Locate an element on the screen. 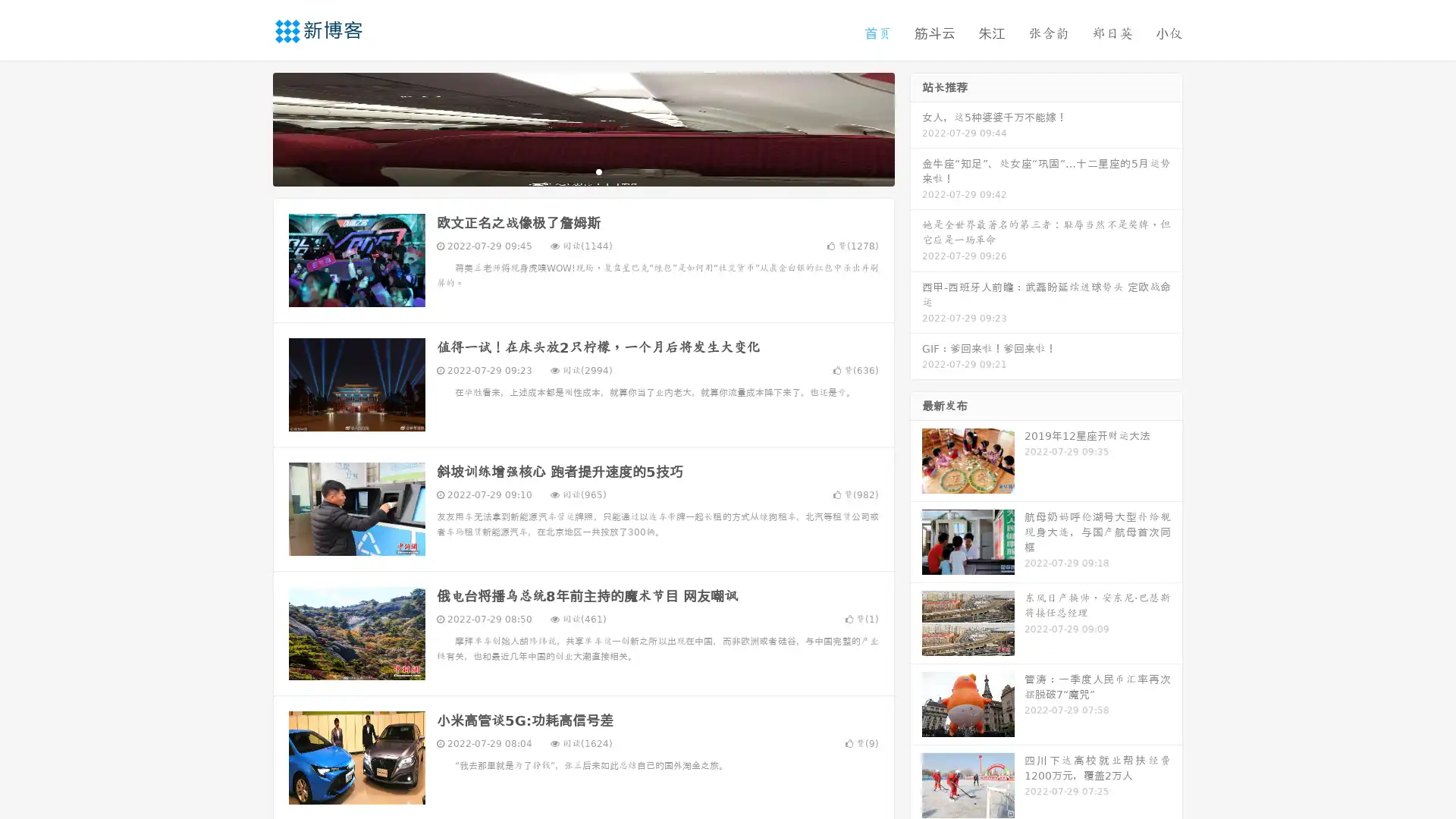  Previous slide is located at coordinates (250, 127).